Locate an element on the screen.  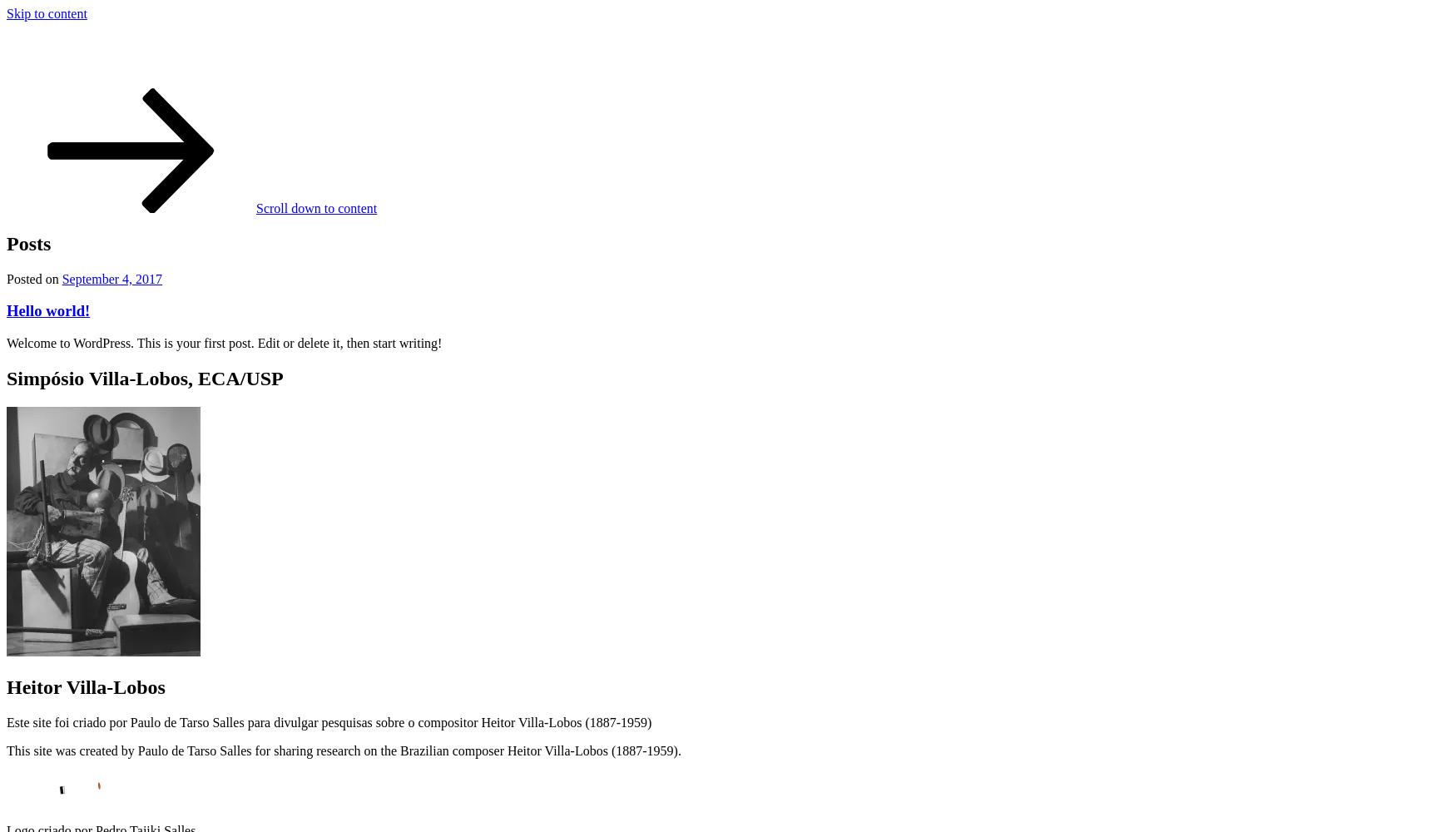
'Simpósio Villa-Lobos' is located at coordinates (126, 53).